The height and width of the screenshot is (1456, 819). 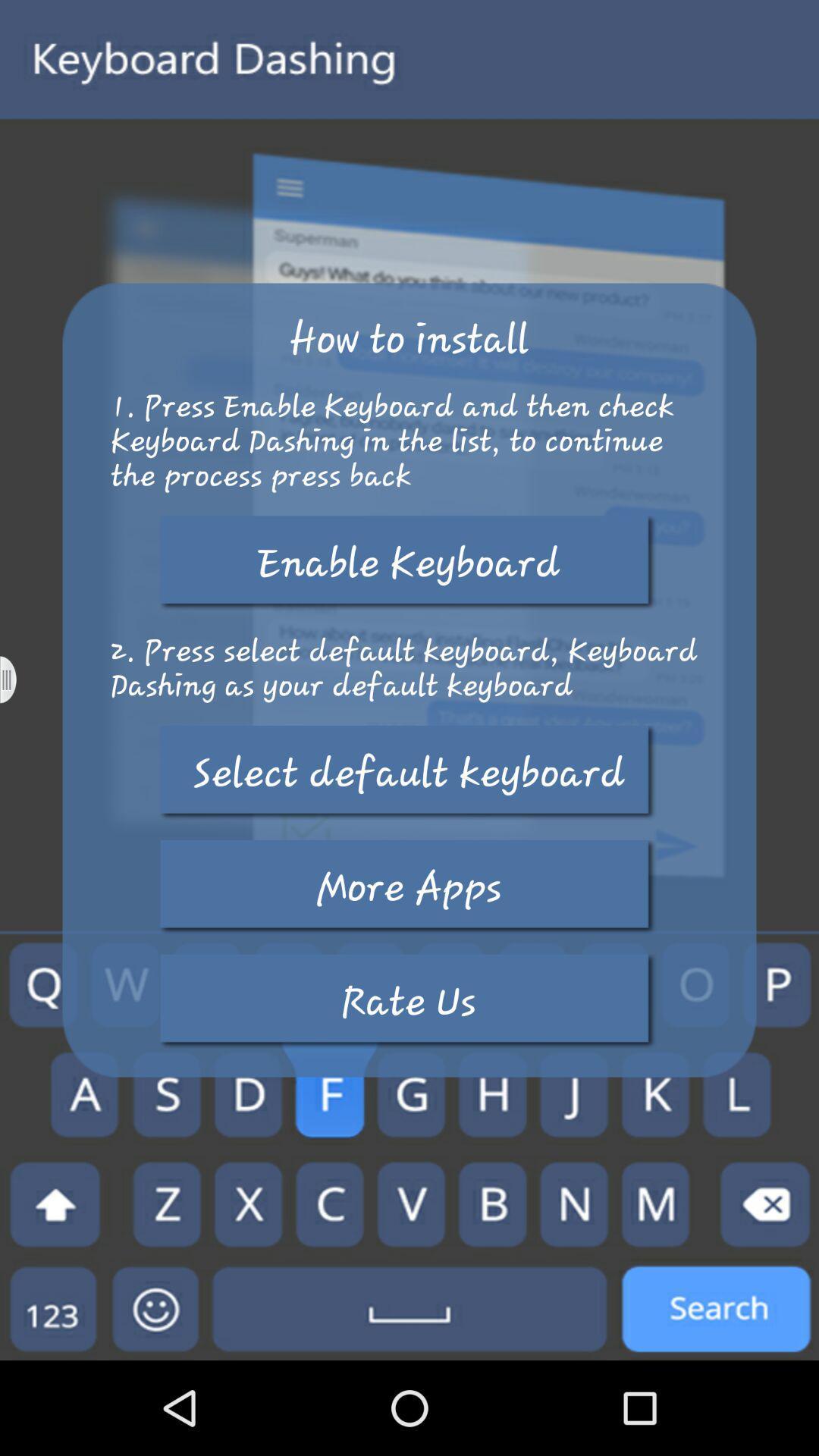 What do you see at coordinates (408, 1001) in the screenshot?
I see `icon at the bottom` at bounding box center [408, 1001].